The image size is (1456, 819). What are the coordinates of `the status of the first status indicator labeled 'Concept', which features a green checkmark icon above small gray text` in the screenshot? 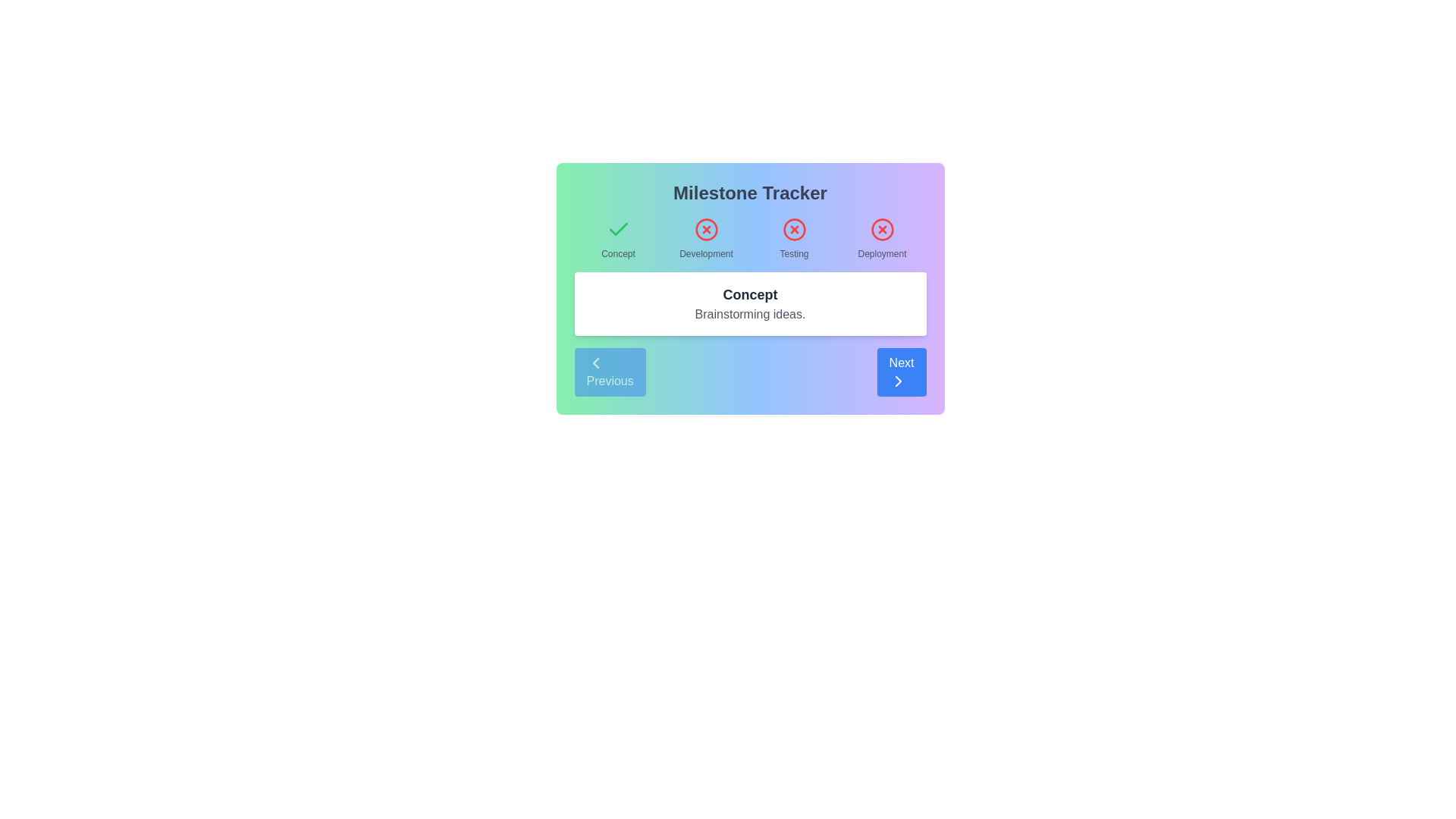 It's located at (618, 239).